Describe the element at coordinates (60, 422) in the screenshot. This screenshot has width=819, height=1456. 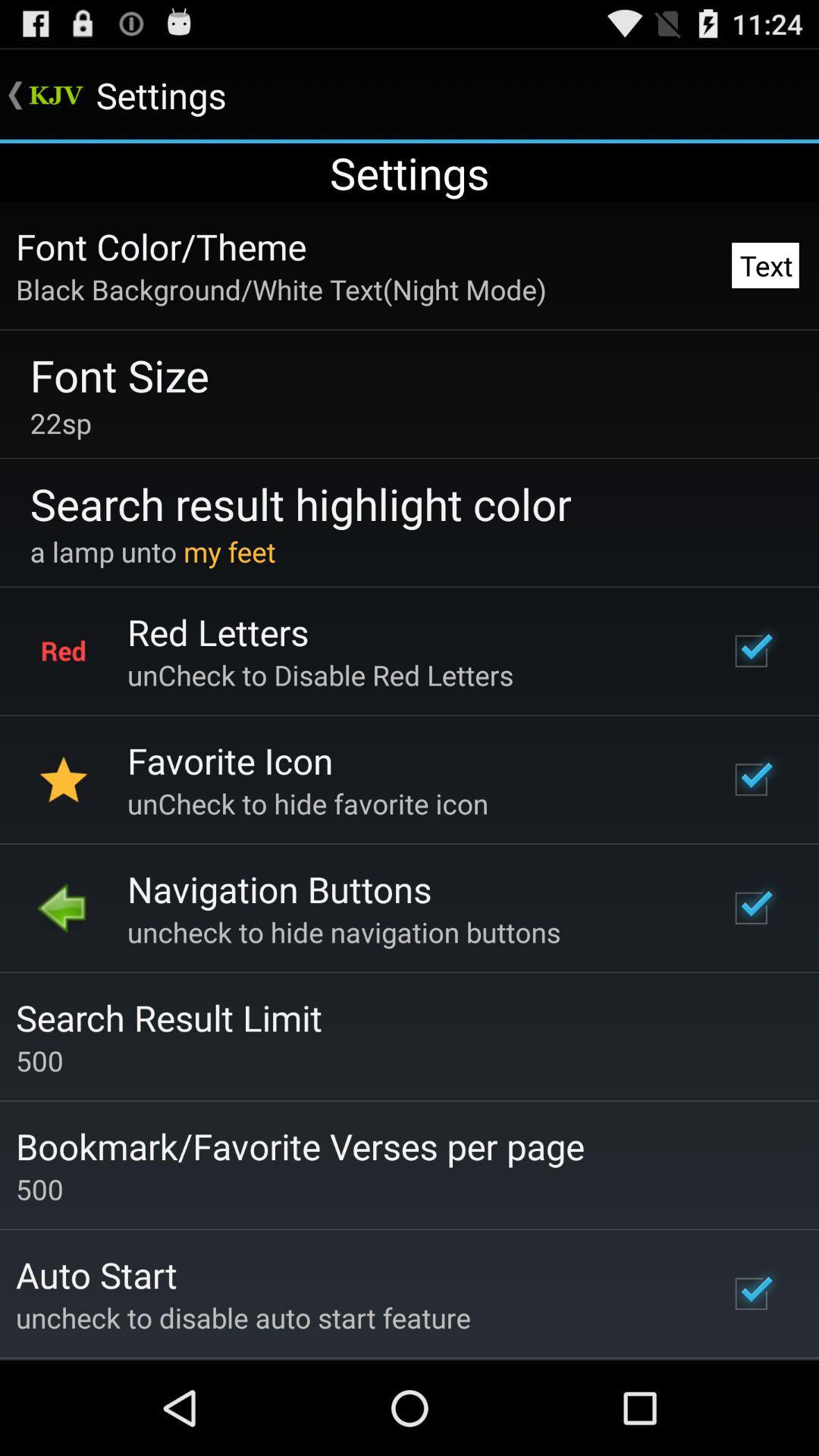
I see `the 22sp icon` at that location.